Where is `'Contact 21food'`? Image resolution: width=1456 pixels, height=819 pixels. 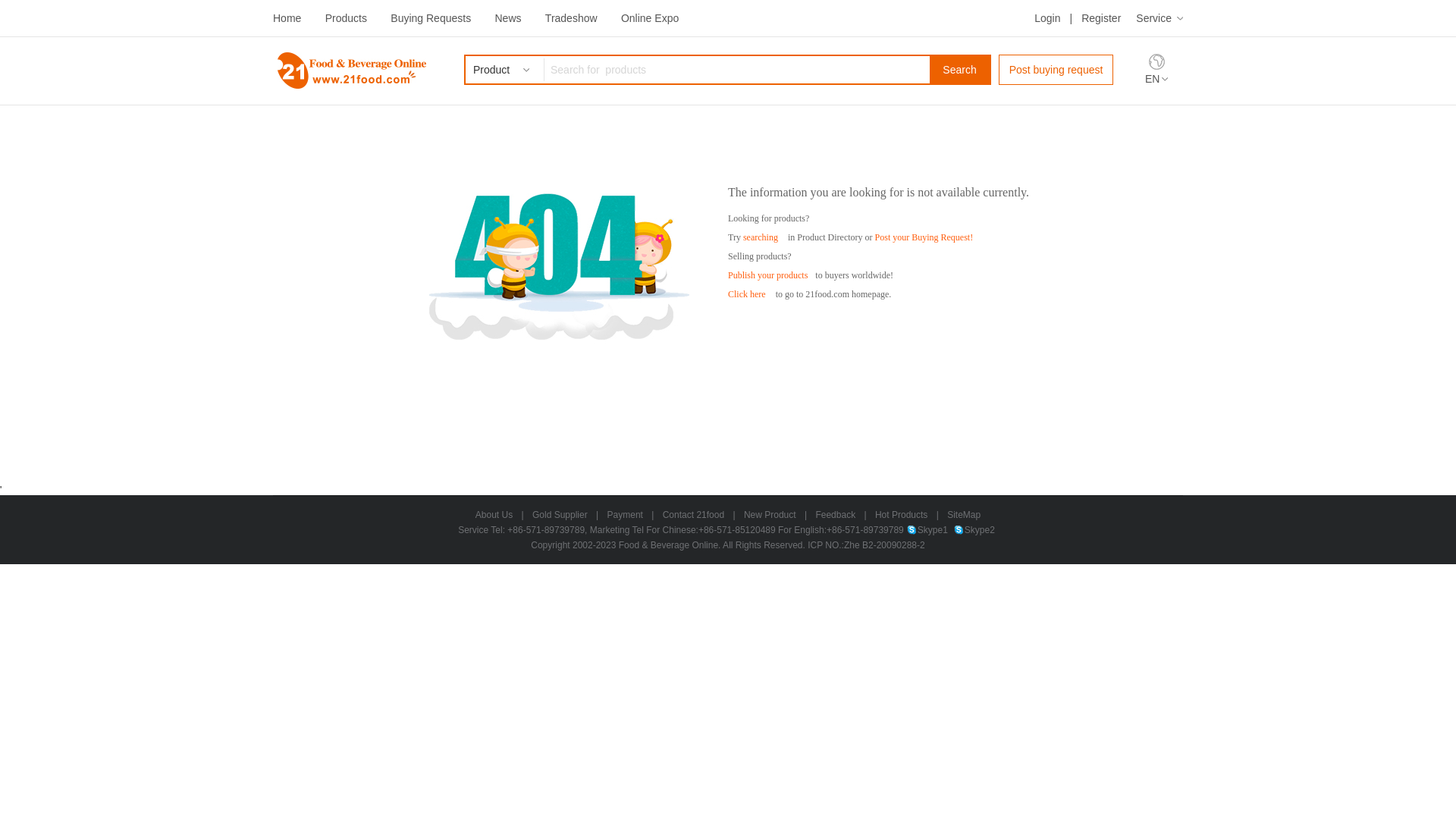 'Contact 21food' is located at coordinates (692, 513).